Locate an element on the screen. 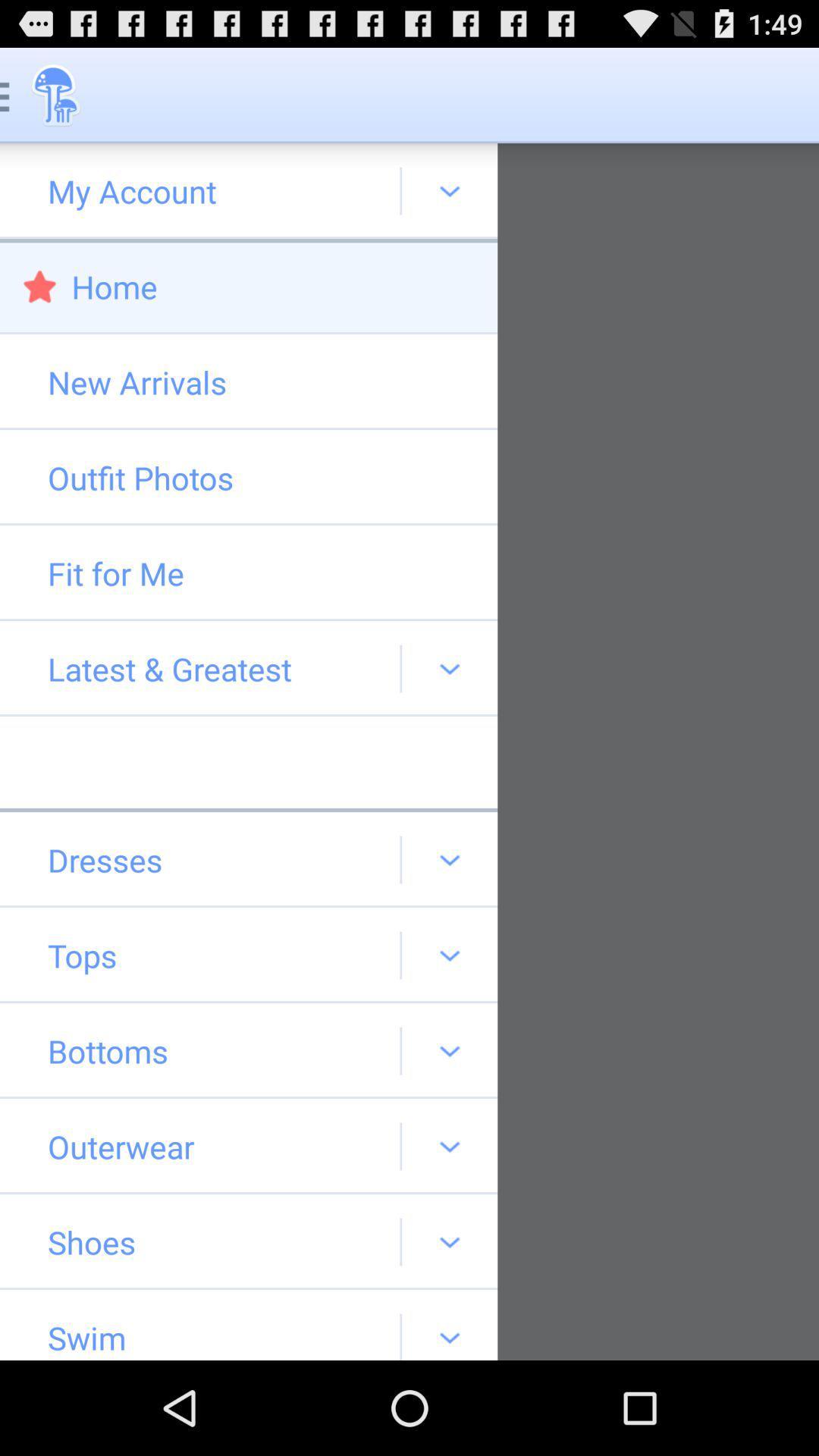  drop down at dresses is located at coordinates (449, 859).